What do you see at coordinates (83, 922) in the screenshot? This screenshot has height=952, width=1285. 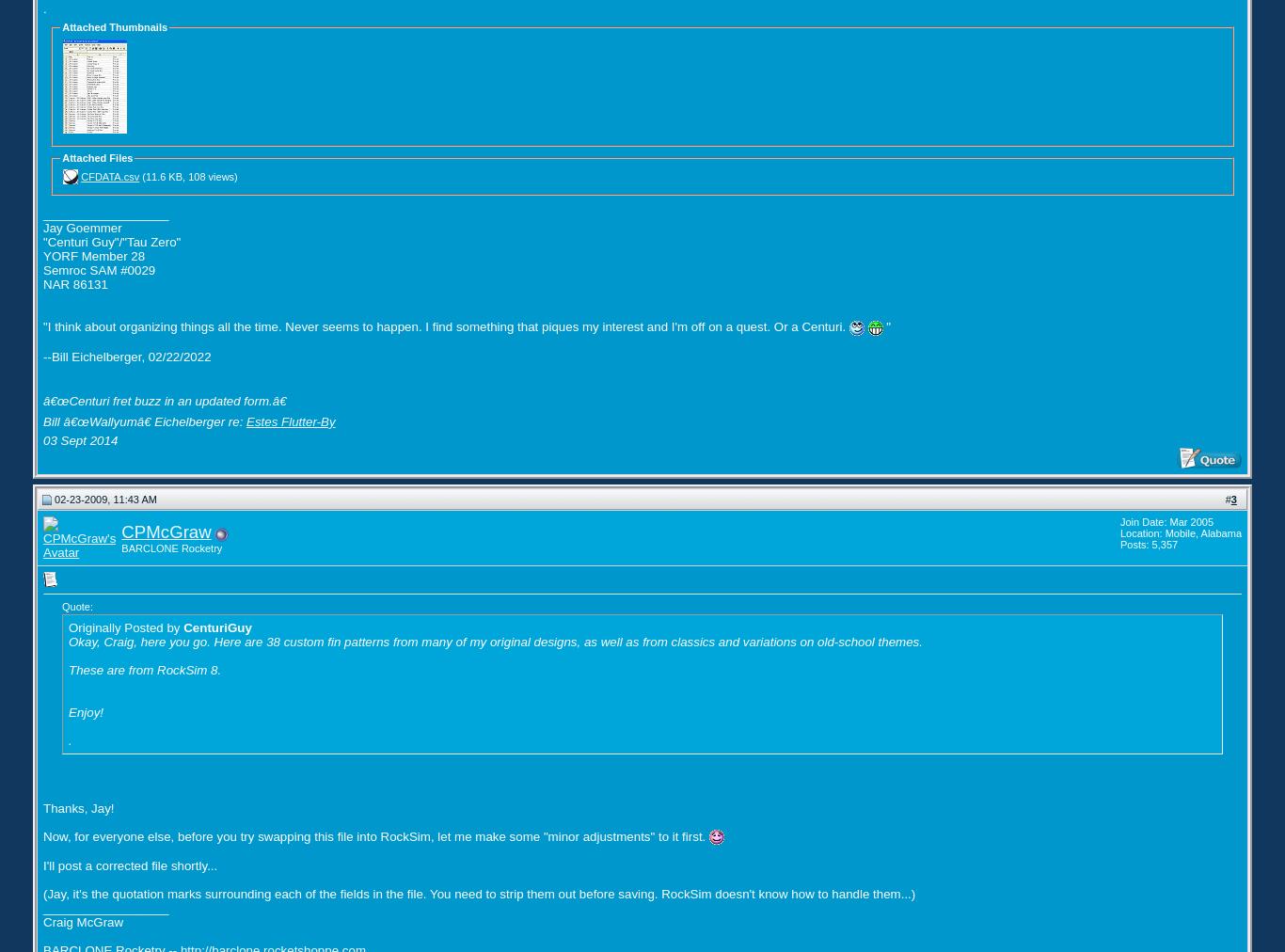 I see `'Craig McGraw'` at bounding box center [83, 922].